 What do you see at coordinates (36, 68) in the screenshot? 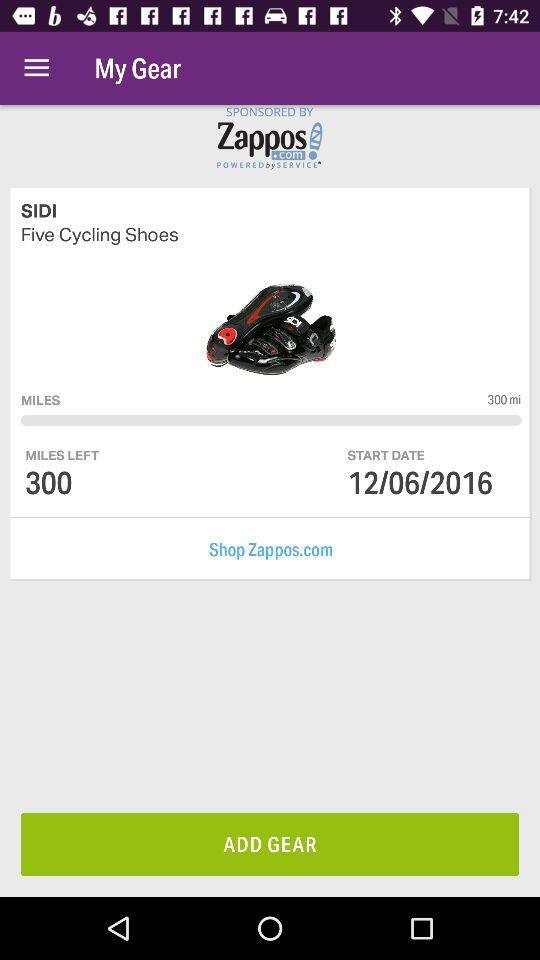
I see `icon to the left of the my gear item` at bounding box center [36, 68].